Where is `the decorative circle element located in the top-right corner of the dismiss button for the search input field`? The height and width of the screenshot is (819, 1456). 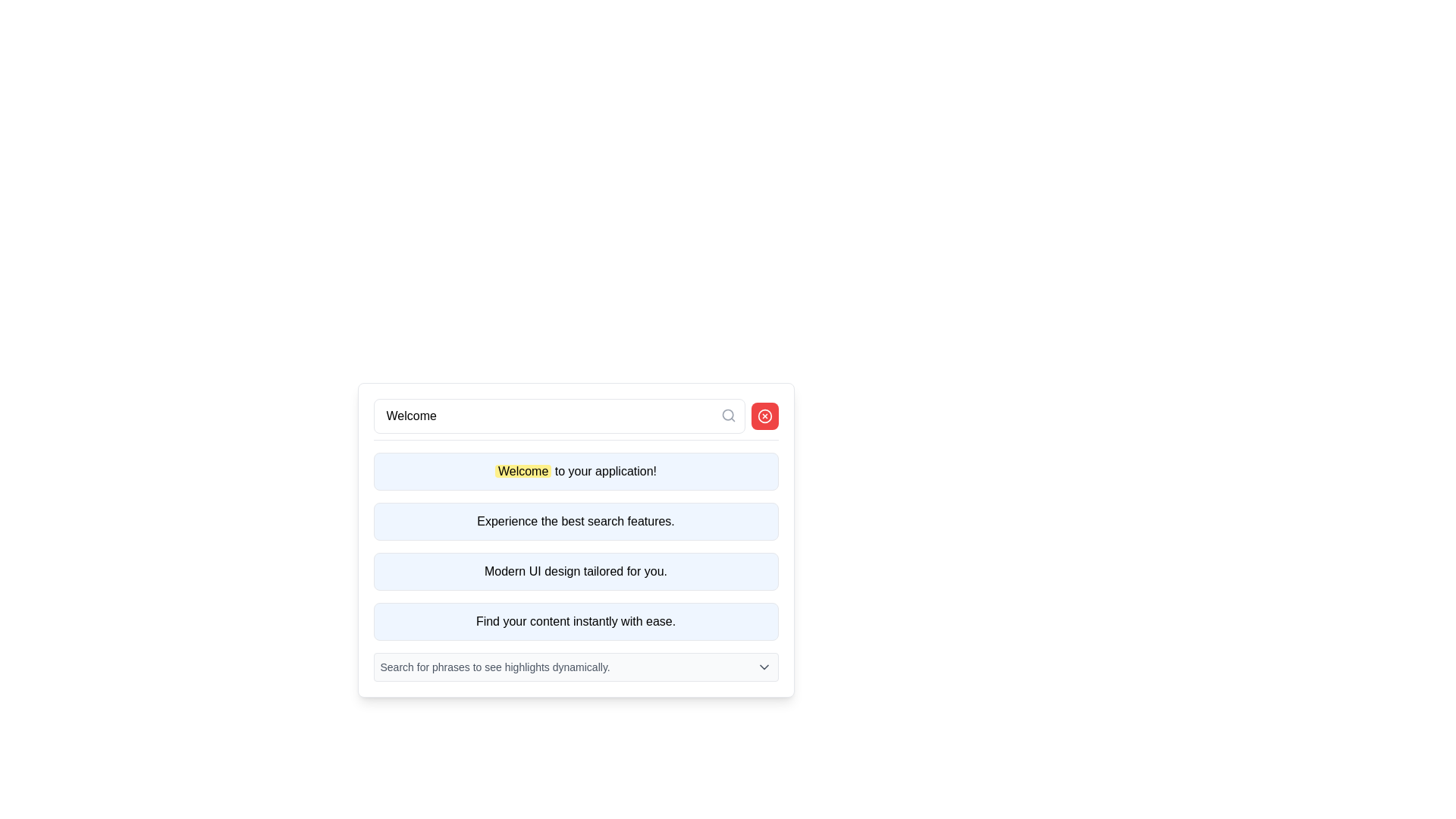 the decorative circle element located in the top-right corner of the dismiss button for the search input field is located at coordinates (764, 416).